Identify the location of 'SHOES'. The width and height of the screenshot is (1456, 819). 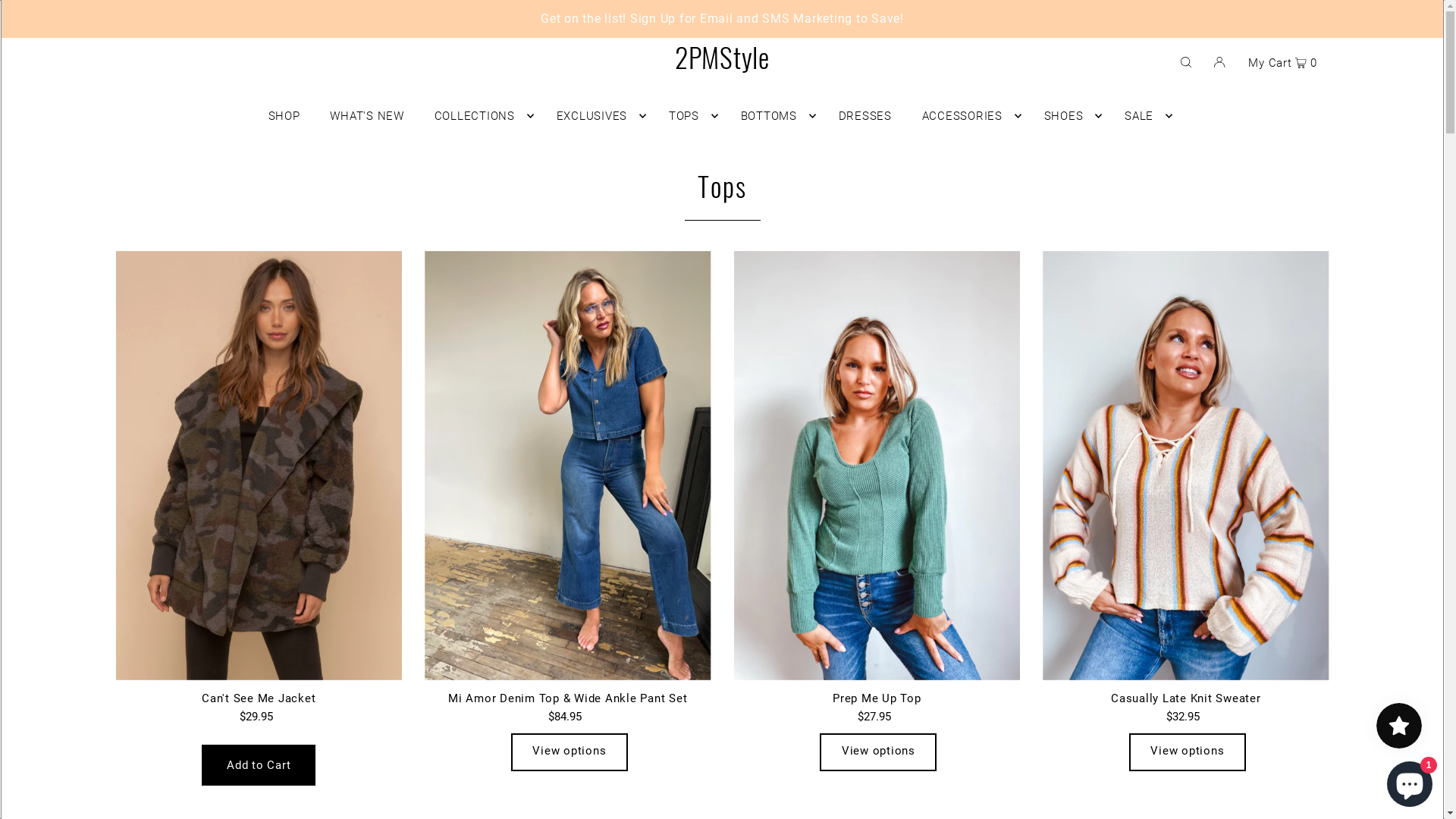
(1068, 115).